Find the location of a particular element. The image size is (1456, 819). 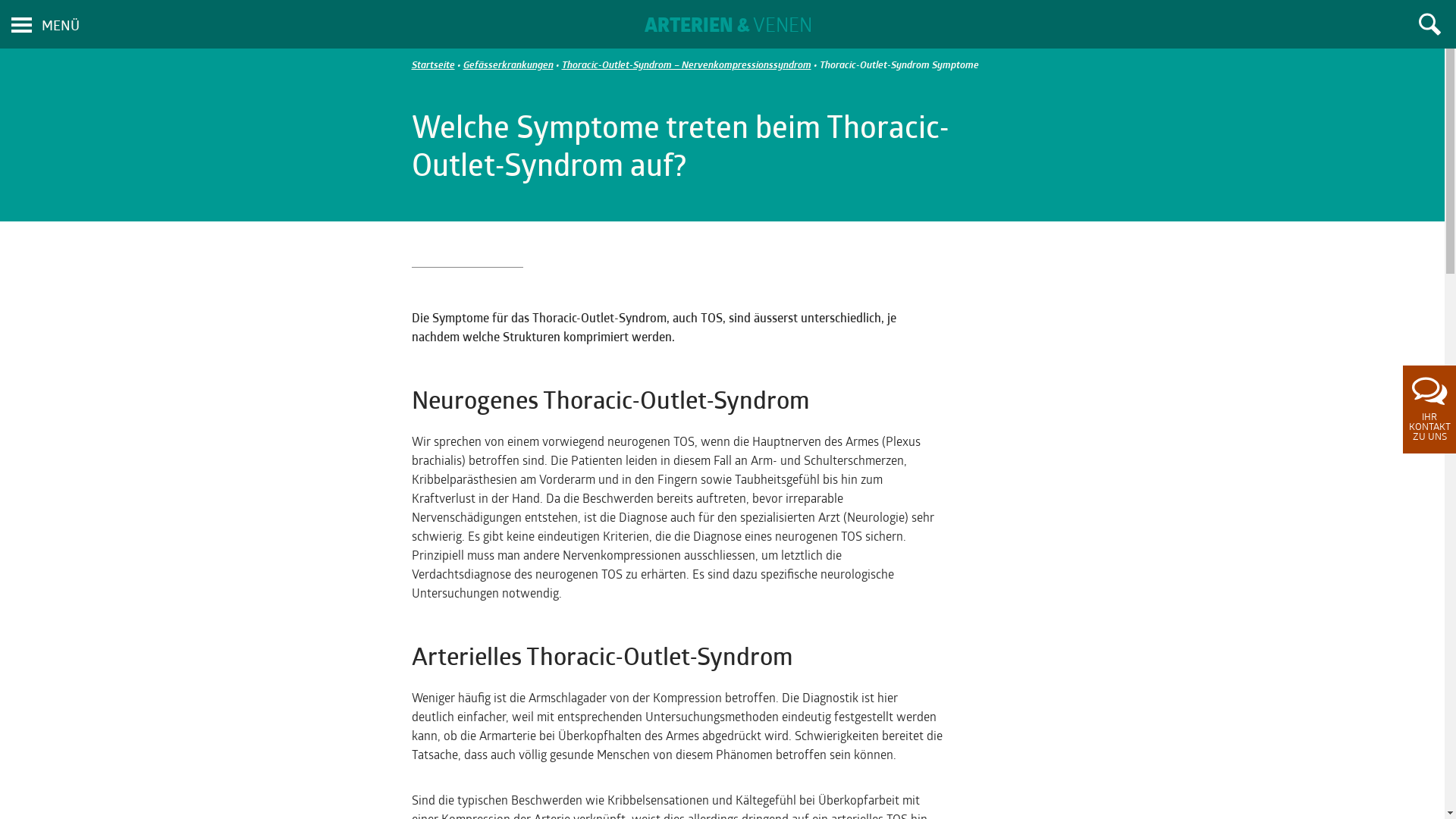

'ARTERIEN & VENEN' is located at coordinates (728, 27).